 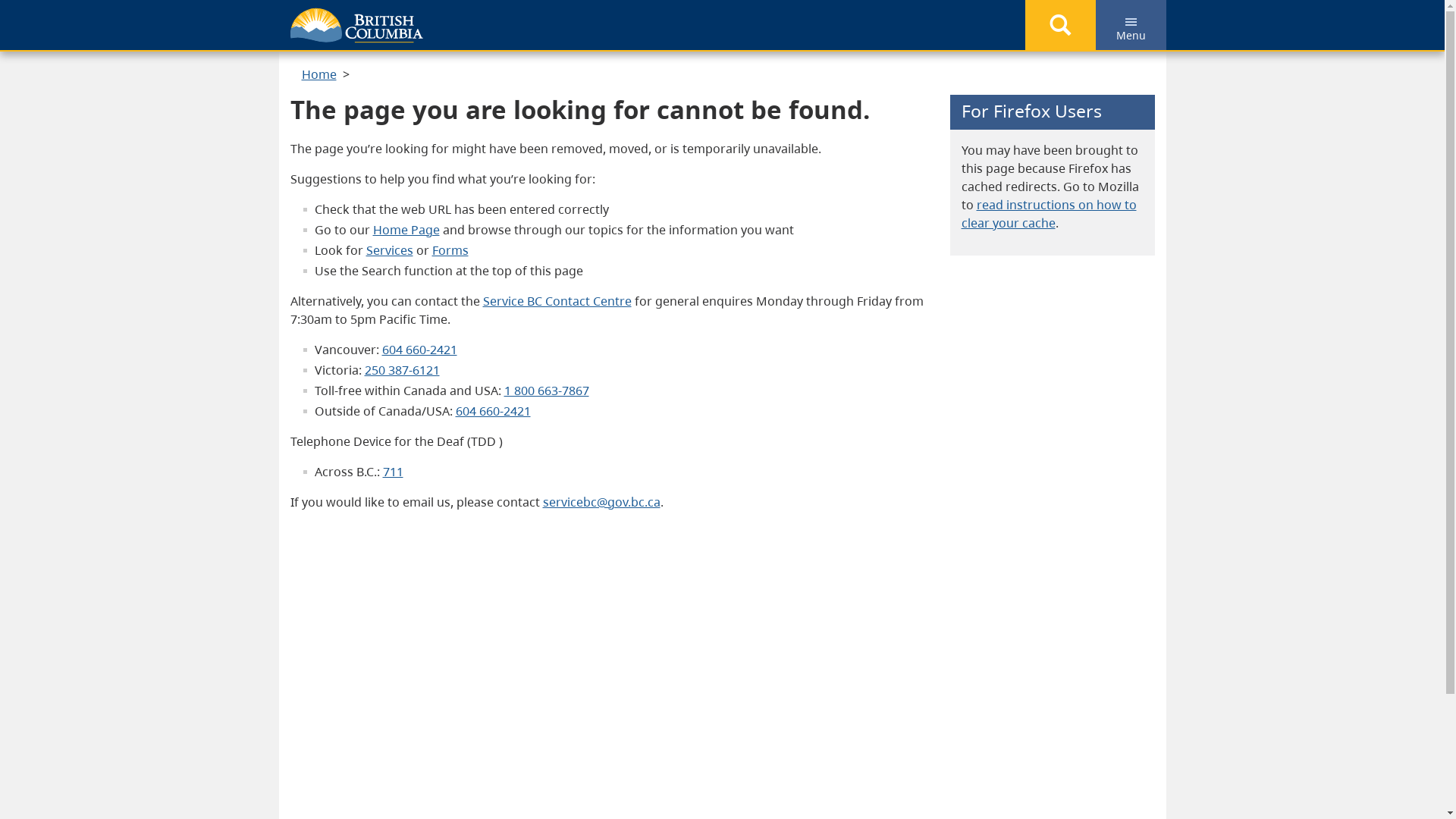 What do you see at coordinates (372, 230) in the screenshot?
I see `'Home Page'` at bounding box center [372, 230].